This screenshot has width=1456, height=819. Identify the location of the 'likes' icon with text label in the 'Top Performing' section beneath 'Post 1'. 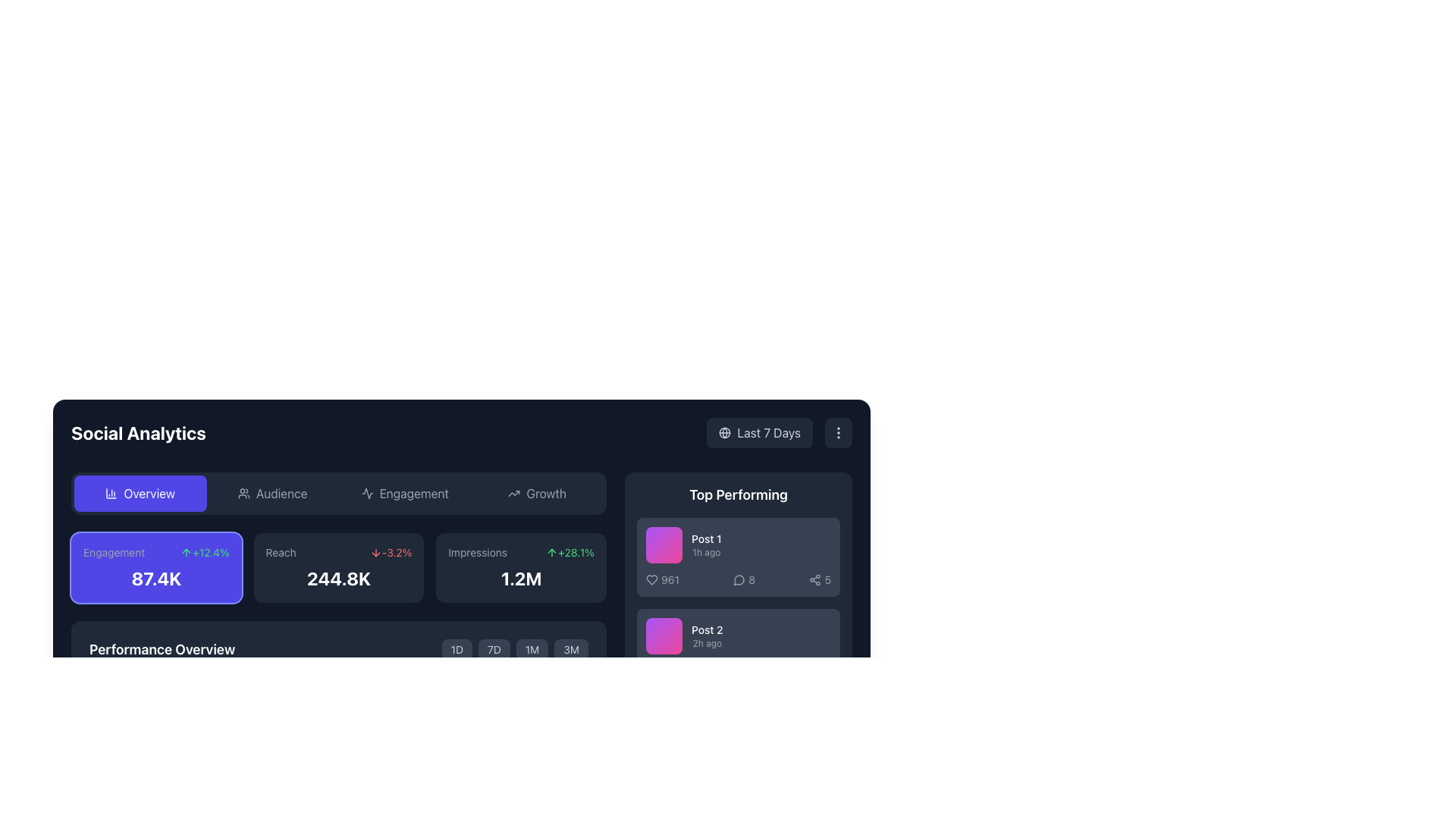
(662, 579).